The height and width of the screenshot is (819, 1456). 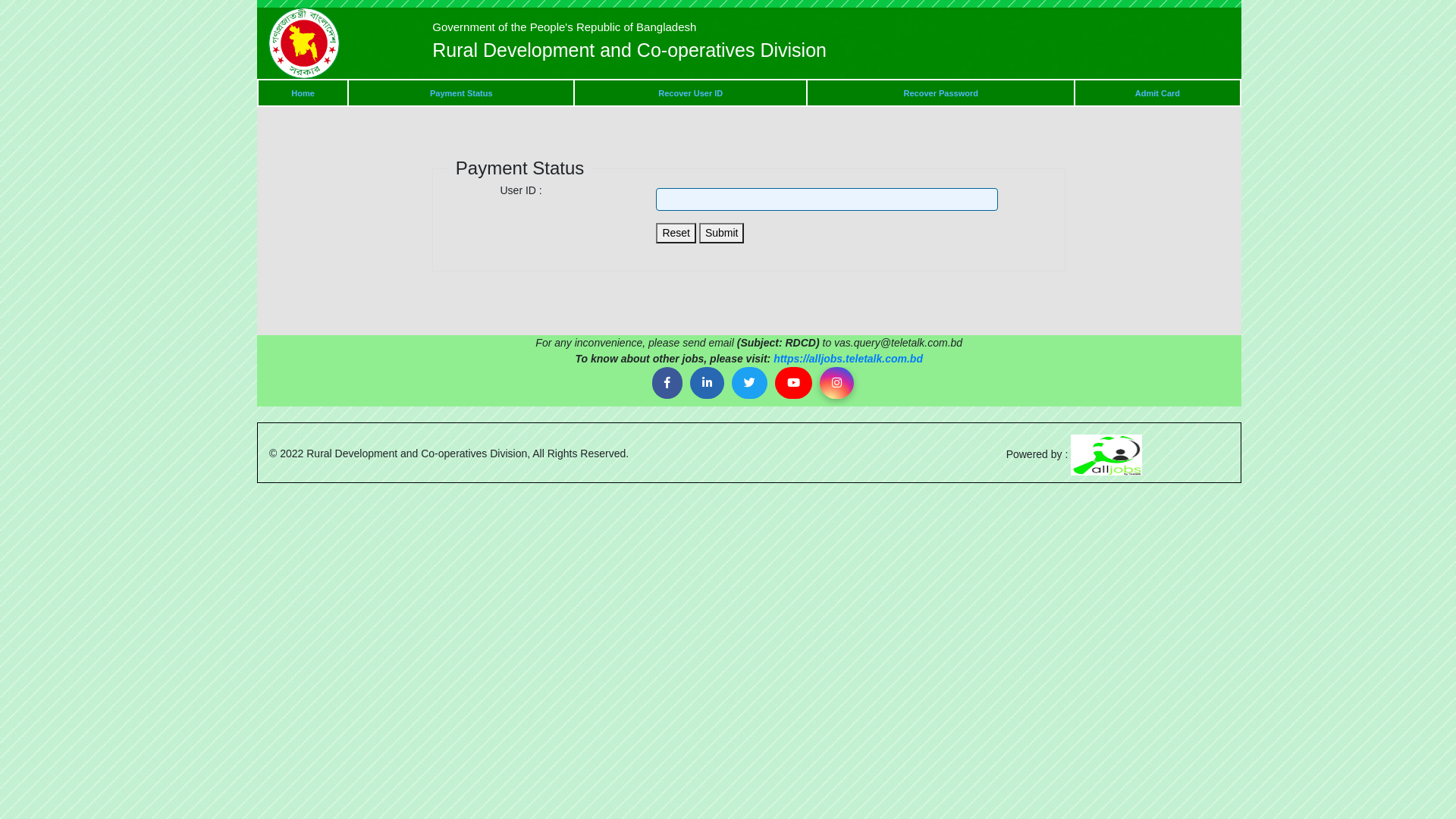 I want to click on 'Payment Status', so click(x=460, y=93).